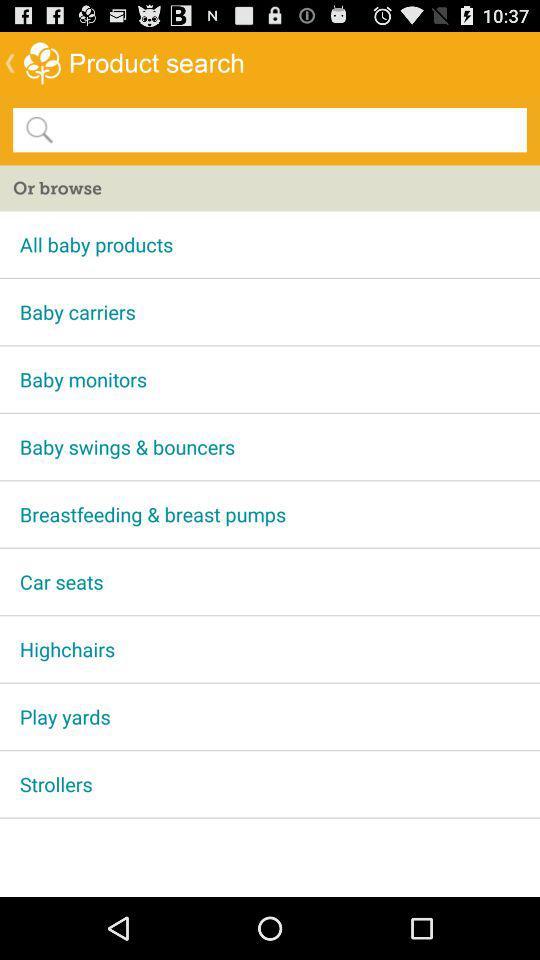 Image resolution: width=540 pixels, height=960 pixels. I want to click on the baby monitors, so click(270, 378).